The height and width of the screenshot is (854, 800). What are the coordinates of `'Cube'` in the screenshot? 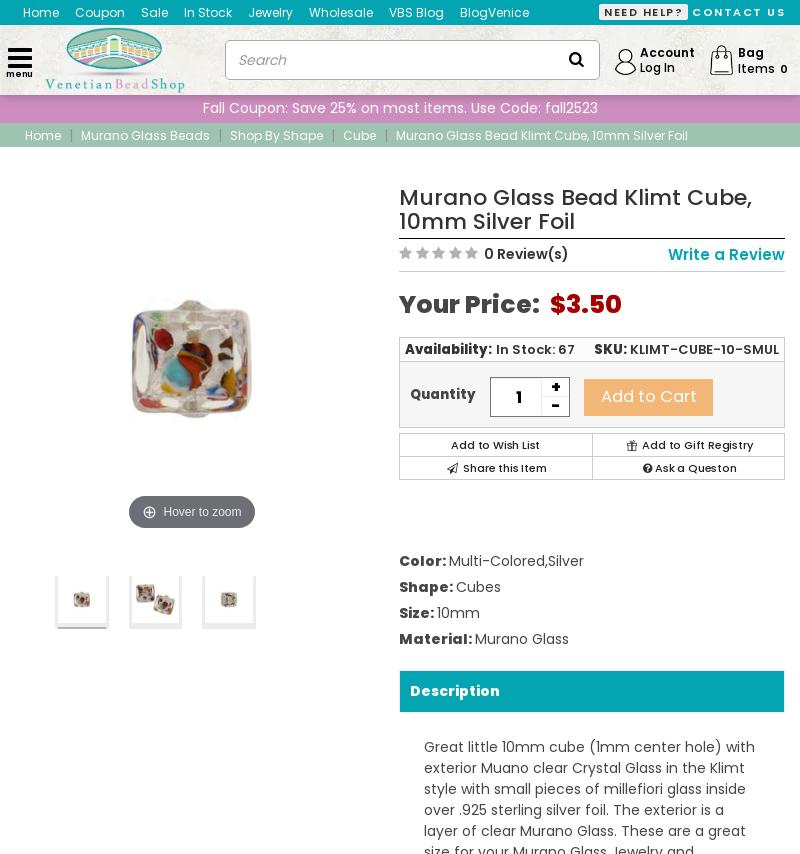 It's located at (343, 133).